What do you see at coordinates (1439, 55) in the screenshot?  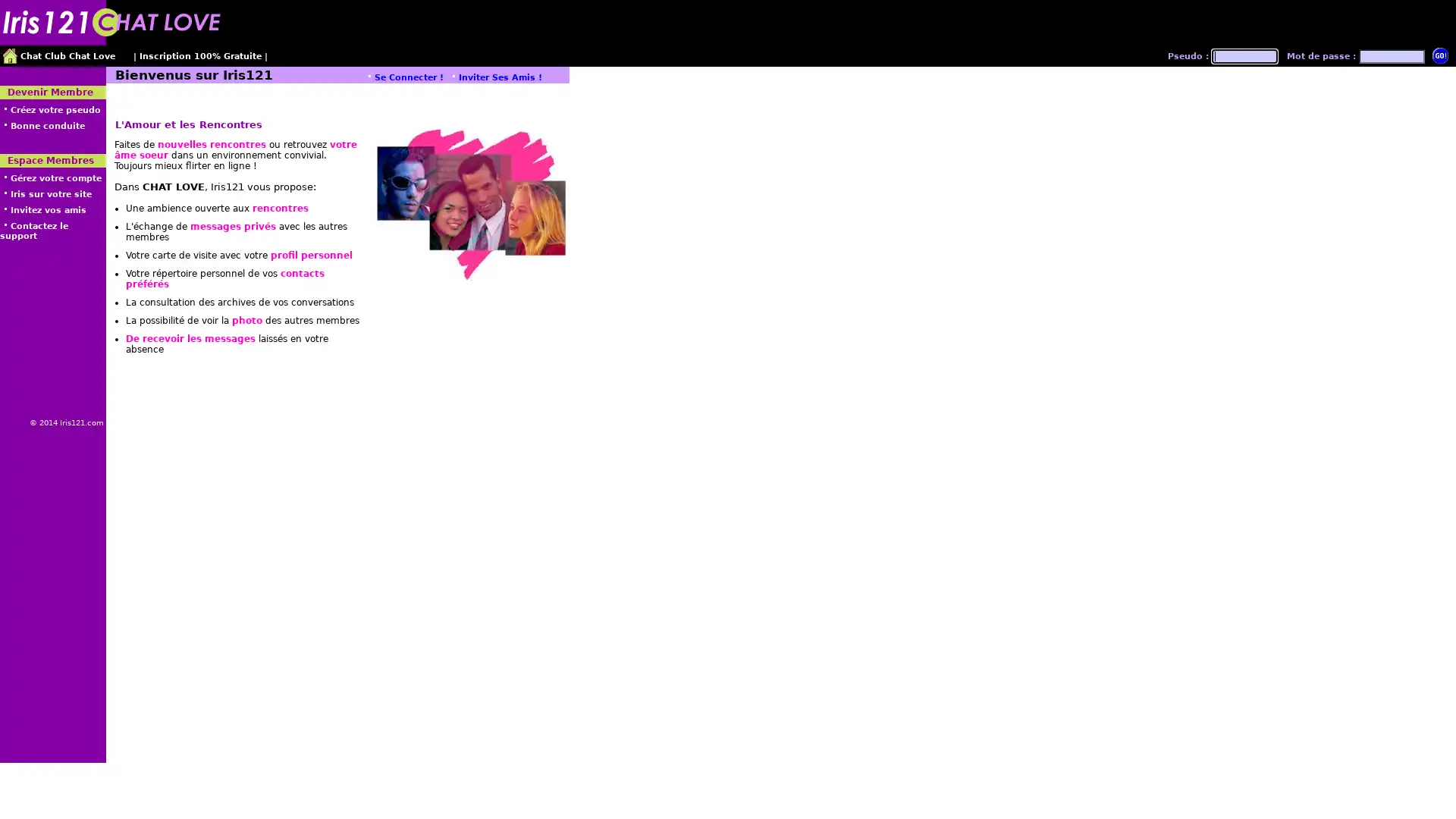 I see `Go!` at bounding box center [1439, 55].